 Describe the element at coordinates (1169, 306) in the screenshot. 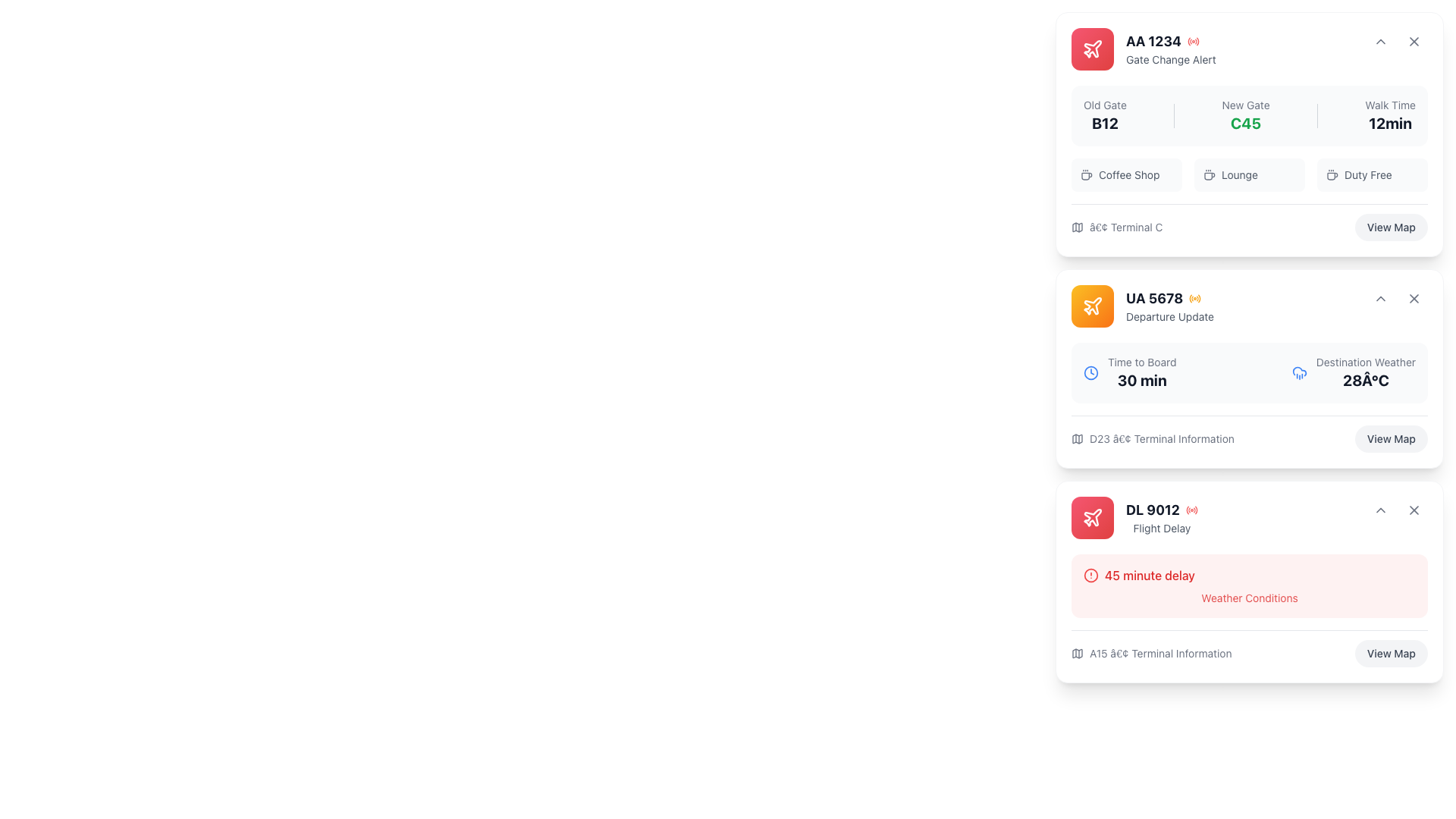

I see `text block containing the title 'UA 5678' and subtitle 'Departure Update', which is located in the second card from the top in the right column of the interface` at that location.